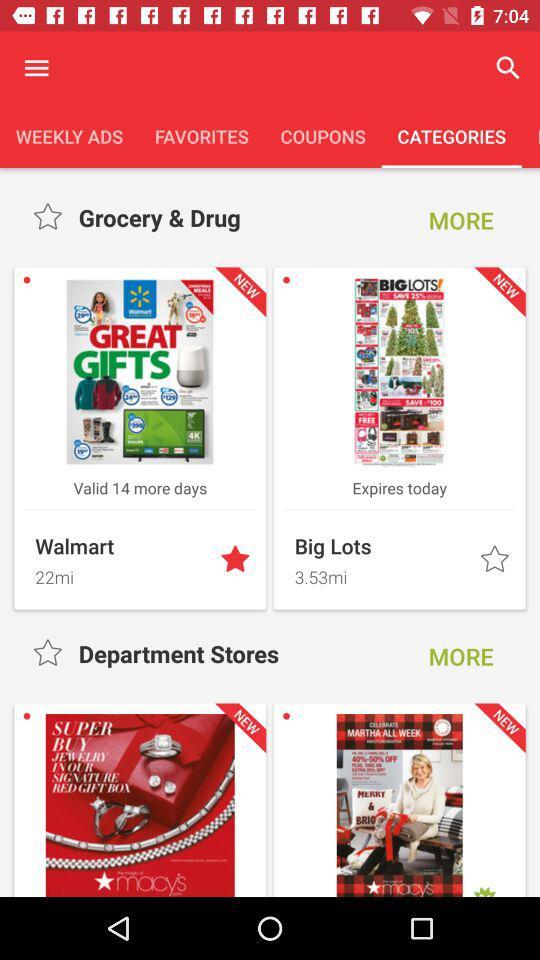 The width and height of the screenshot is (540, 960). Describe the element at coordinates (49, 217) in the screenshot. I see `your shopping department` at that location.